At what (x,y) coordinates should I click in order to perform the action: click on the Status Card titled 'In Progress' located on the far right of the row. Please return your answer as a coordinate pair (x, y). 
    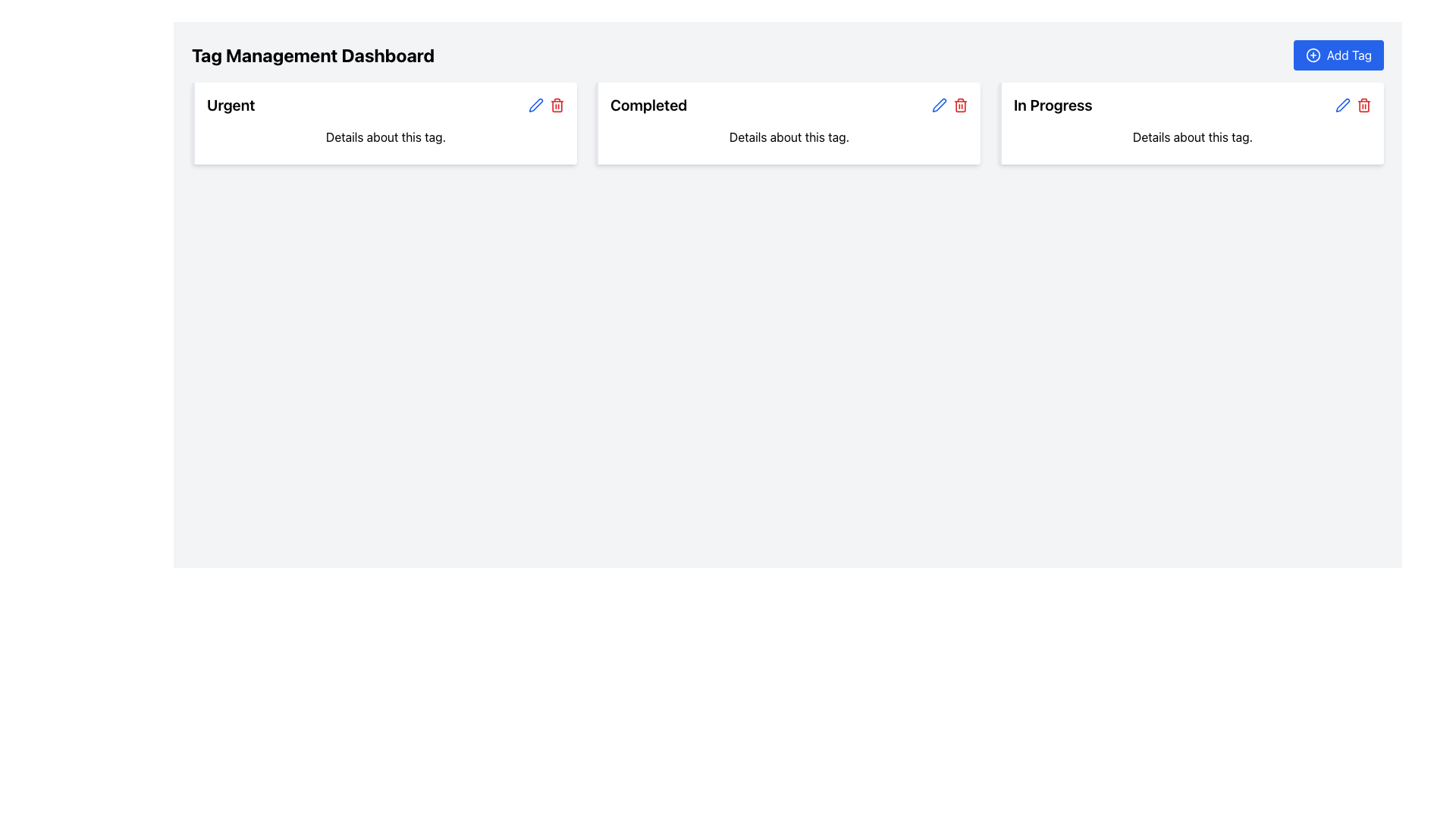
    Looking at the image, I should click on (1190, 122).